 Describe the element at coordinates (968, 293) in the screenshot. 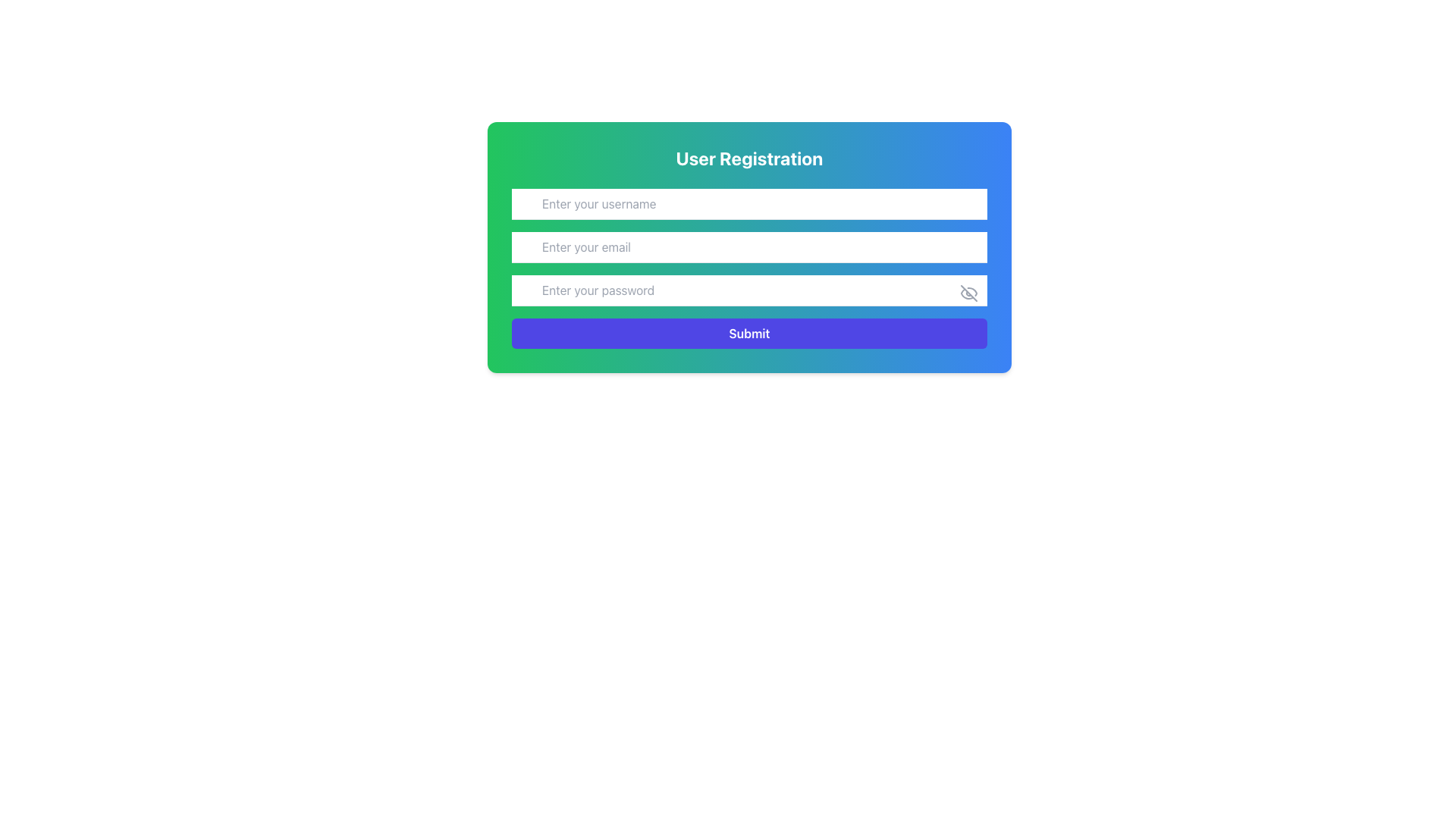

I see `the visibility toggle button for the password input field located at the top right corner inside the password input field` at that location.